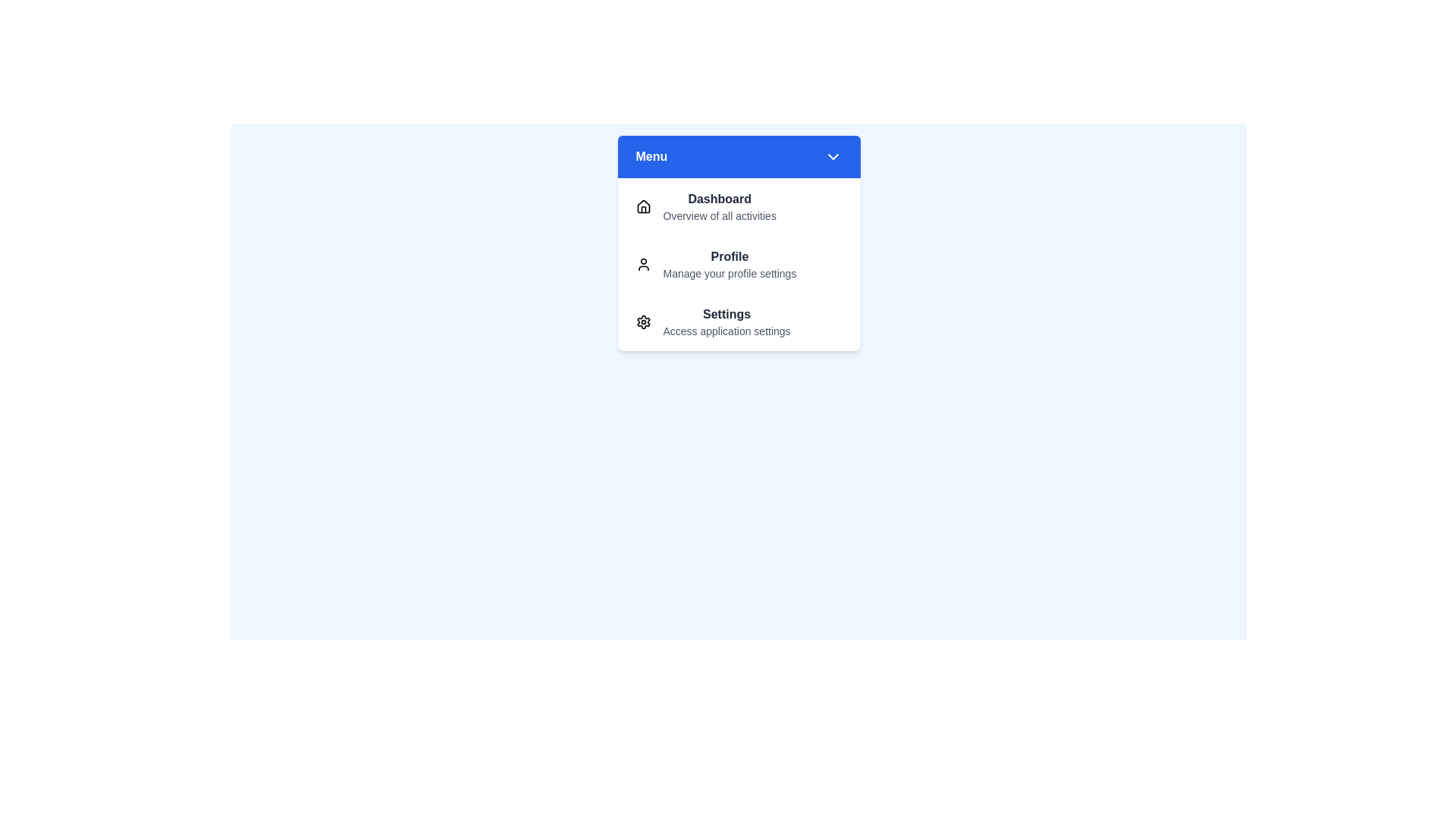 The width and height of the screenshot is (1456, 819). I want to click on the menu item corresponding to Profile, so click(739, 263).